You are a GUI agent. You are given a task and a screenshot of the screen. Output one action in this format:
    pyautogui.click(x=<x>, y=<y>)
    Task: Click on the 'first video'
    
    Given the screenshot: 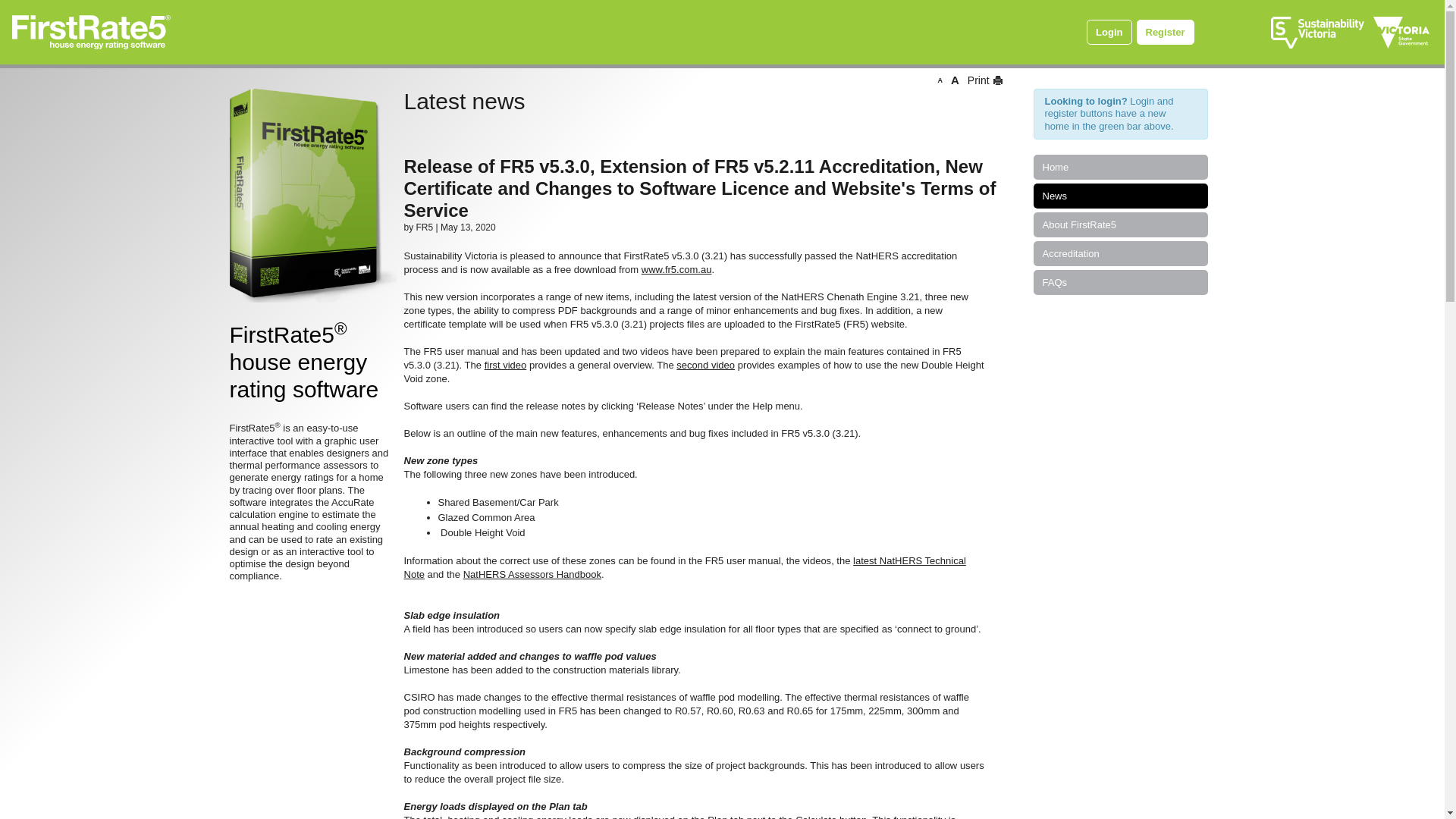 What is the action you would take?
    pyautogui.click(x=506, y=365)
    